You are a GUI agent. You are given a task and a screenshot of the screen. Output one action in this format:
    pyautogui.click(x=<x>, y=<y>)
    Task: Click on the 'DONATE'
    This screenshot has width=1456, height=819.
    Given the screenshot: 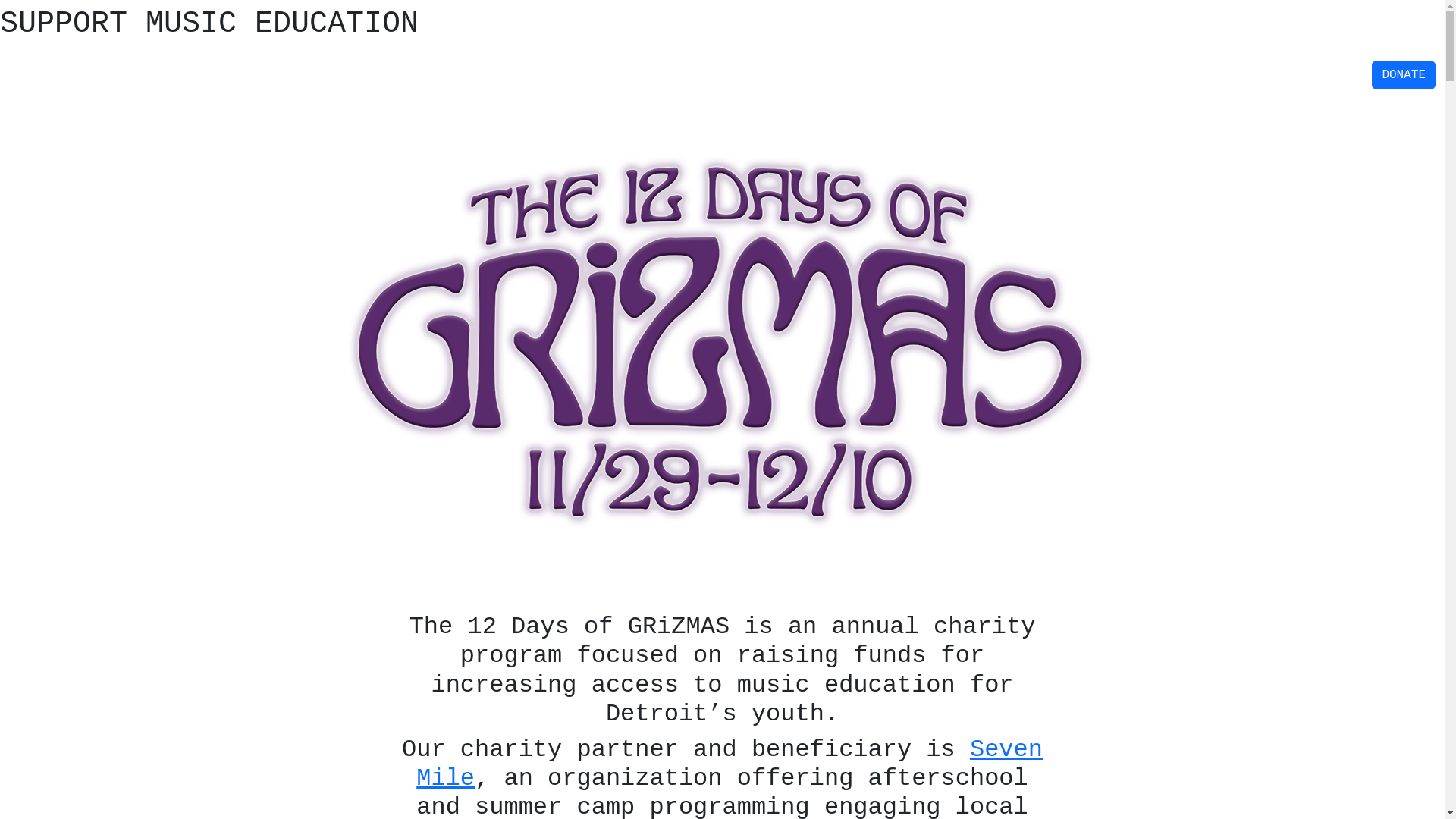 What is the action you would take?
    pyautogui.click(x=1403, y=75)
    